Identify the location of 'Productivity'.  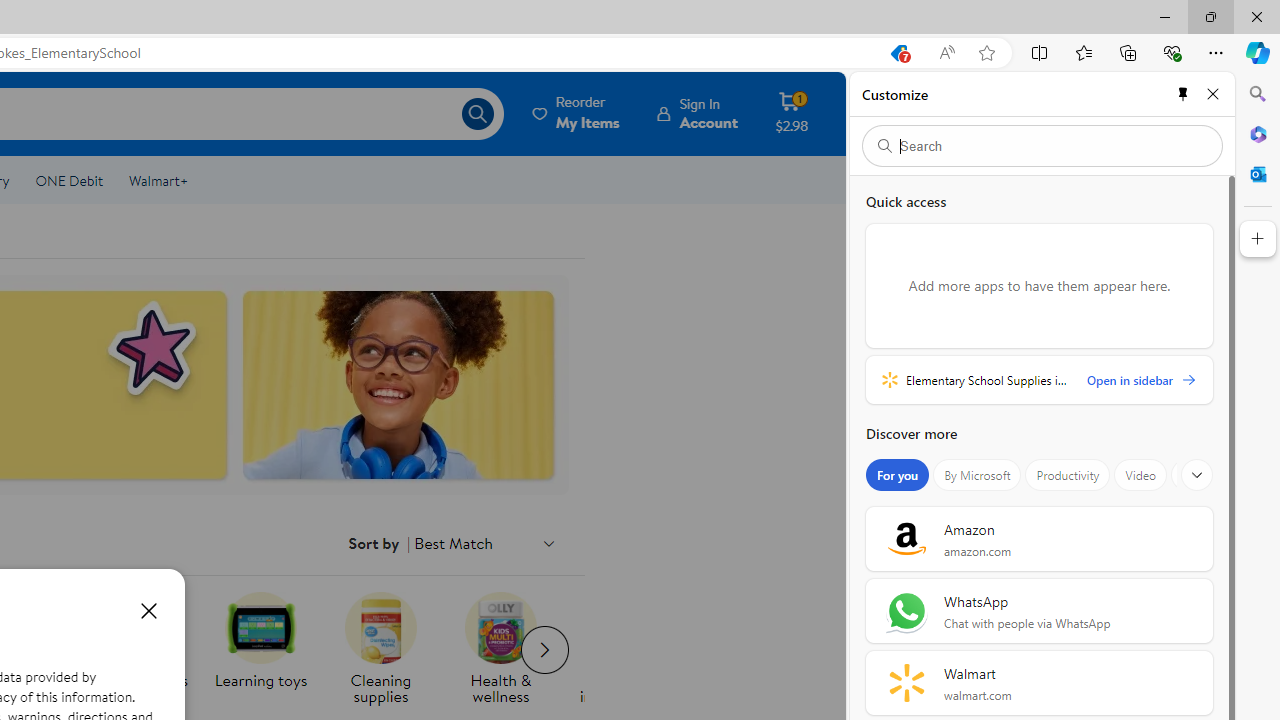
(1067, 475).